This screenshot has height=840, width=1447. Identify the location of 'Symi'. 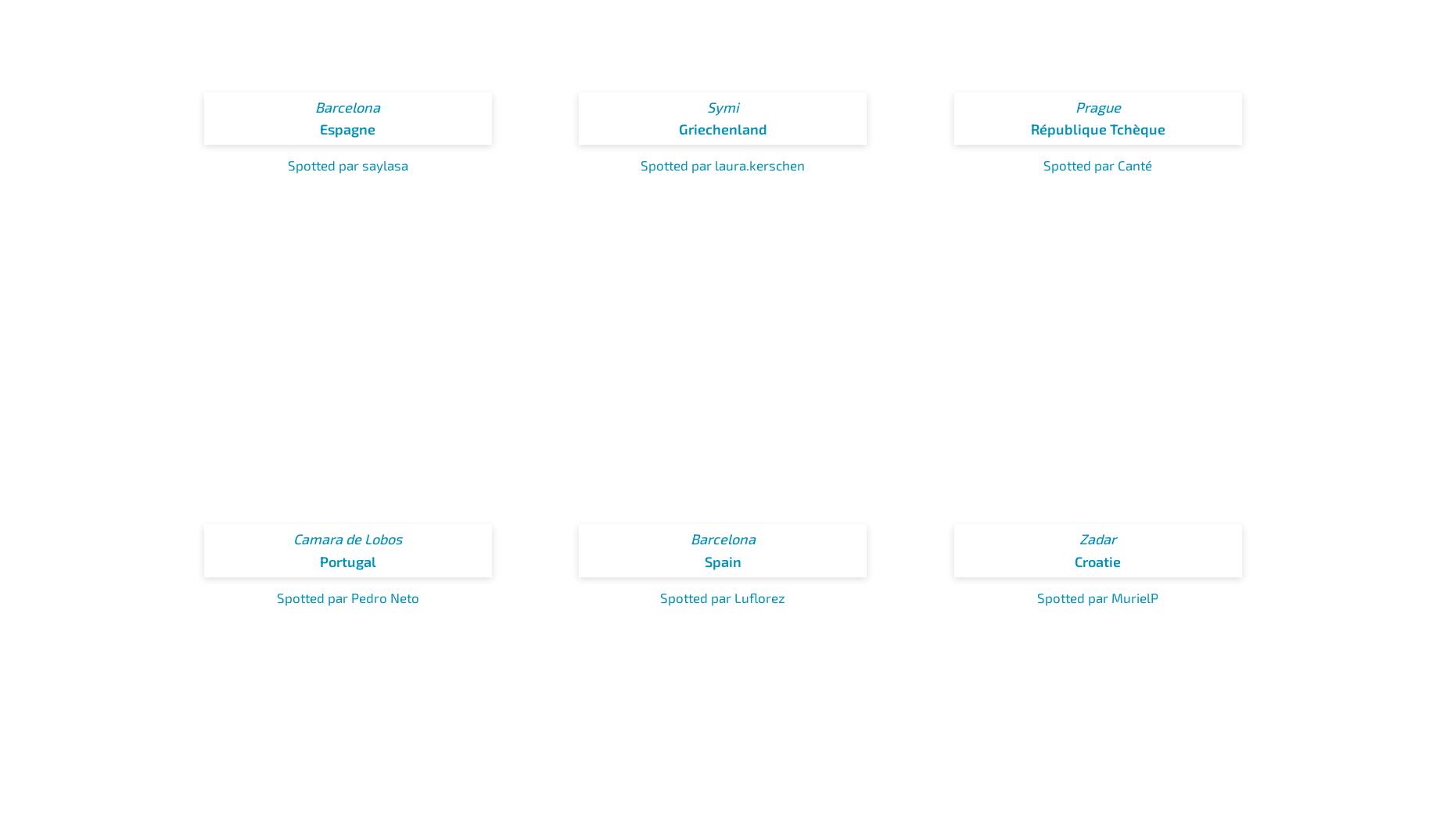
(722, 105).